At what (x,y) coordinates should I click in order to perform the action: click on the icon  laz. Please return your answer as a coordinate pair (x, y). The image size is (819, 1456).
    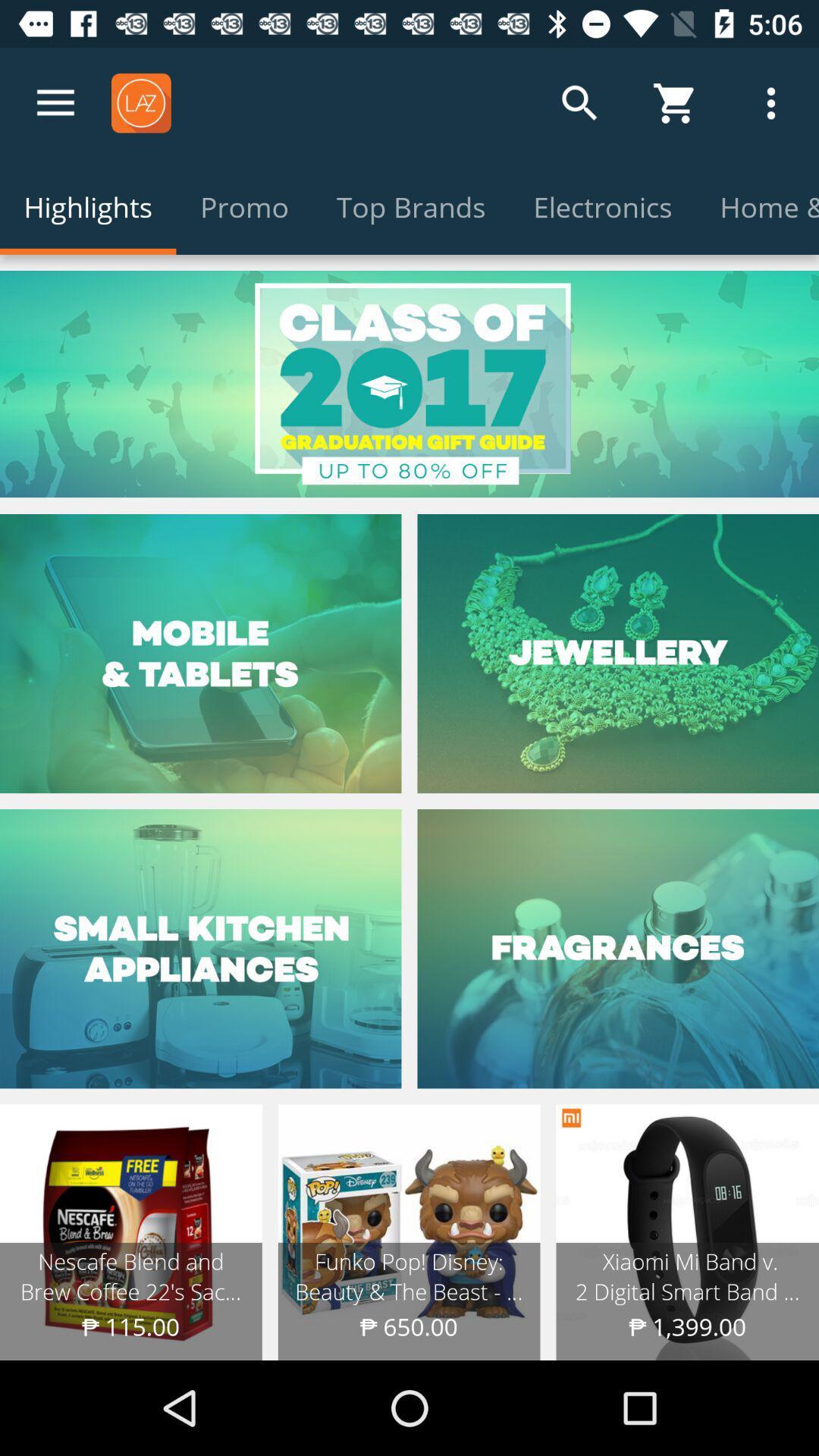
    Looking at the image, I should click on (141, 102).